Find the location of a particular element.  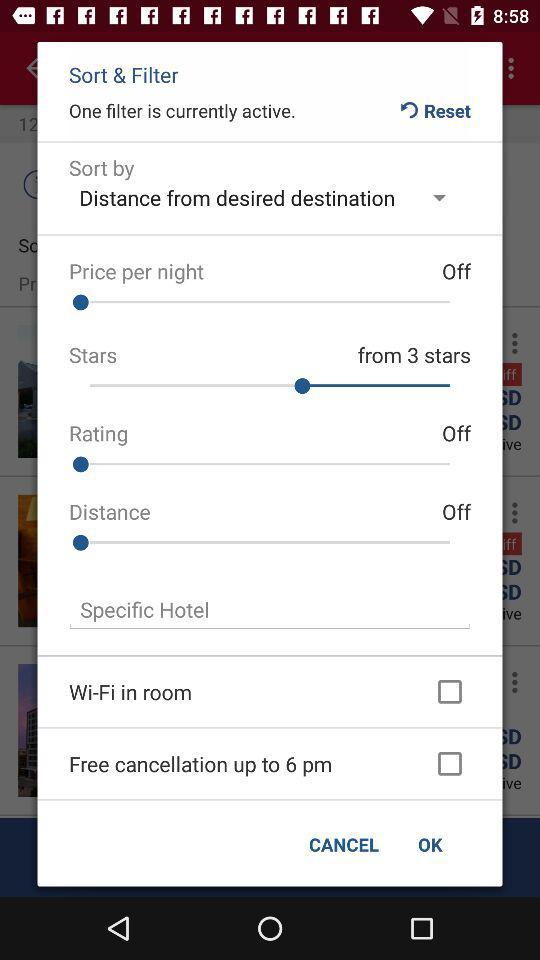

input text is located at coordinates (270, 608).